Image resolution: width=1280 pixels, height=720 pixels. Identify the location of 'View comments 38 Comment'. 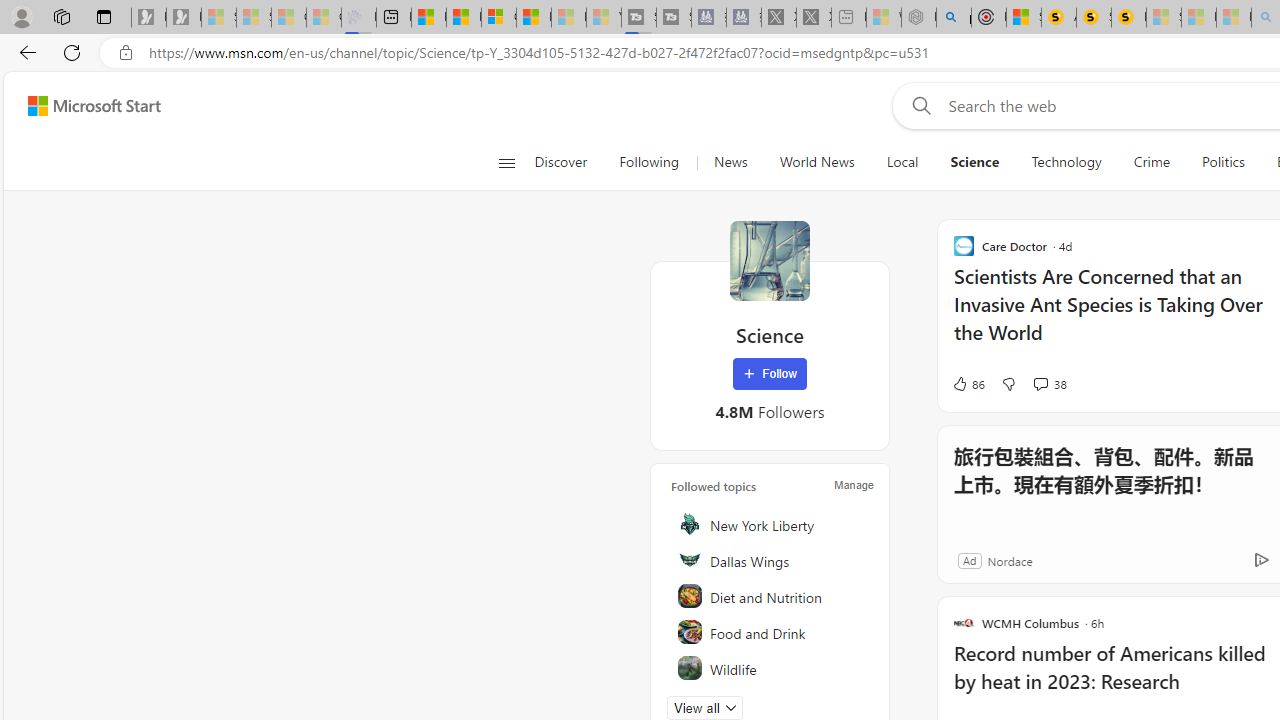
(1040, 383).